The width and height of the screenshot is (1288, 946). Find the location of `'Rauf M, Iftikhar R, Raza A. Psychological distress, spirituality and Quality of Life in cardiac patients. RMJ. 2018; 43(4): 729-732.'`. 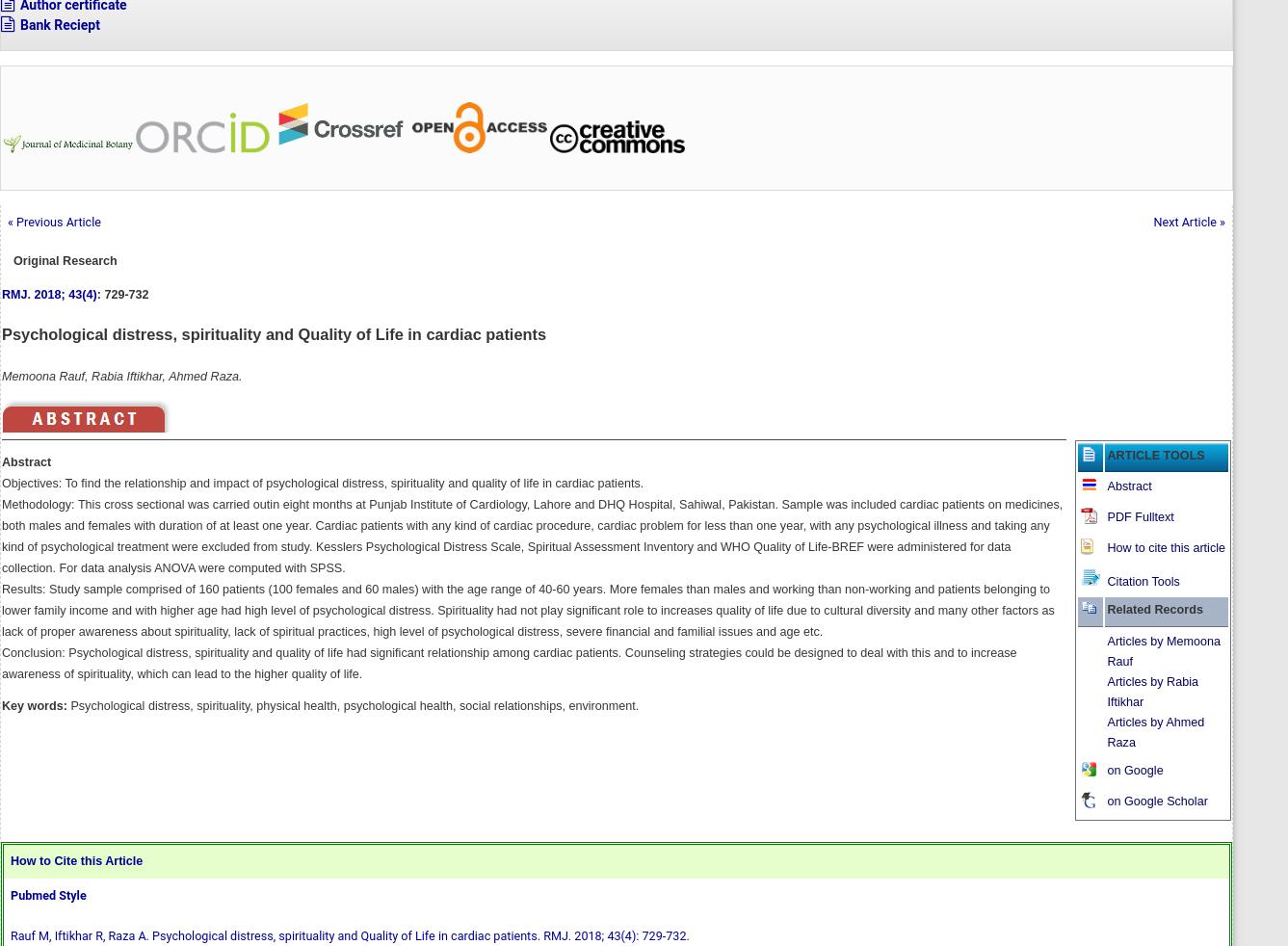

'Rauf M, Iftikhar R, Raza A. Psychological distress, spirituality and Quality of Life in cardiac patients. RMJ. 2018; 43(4): 729-732.' is located at coordinates (348, 934).